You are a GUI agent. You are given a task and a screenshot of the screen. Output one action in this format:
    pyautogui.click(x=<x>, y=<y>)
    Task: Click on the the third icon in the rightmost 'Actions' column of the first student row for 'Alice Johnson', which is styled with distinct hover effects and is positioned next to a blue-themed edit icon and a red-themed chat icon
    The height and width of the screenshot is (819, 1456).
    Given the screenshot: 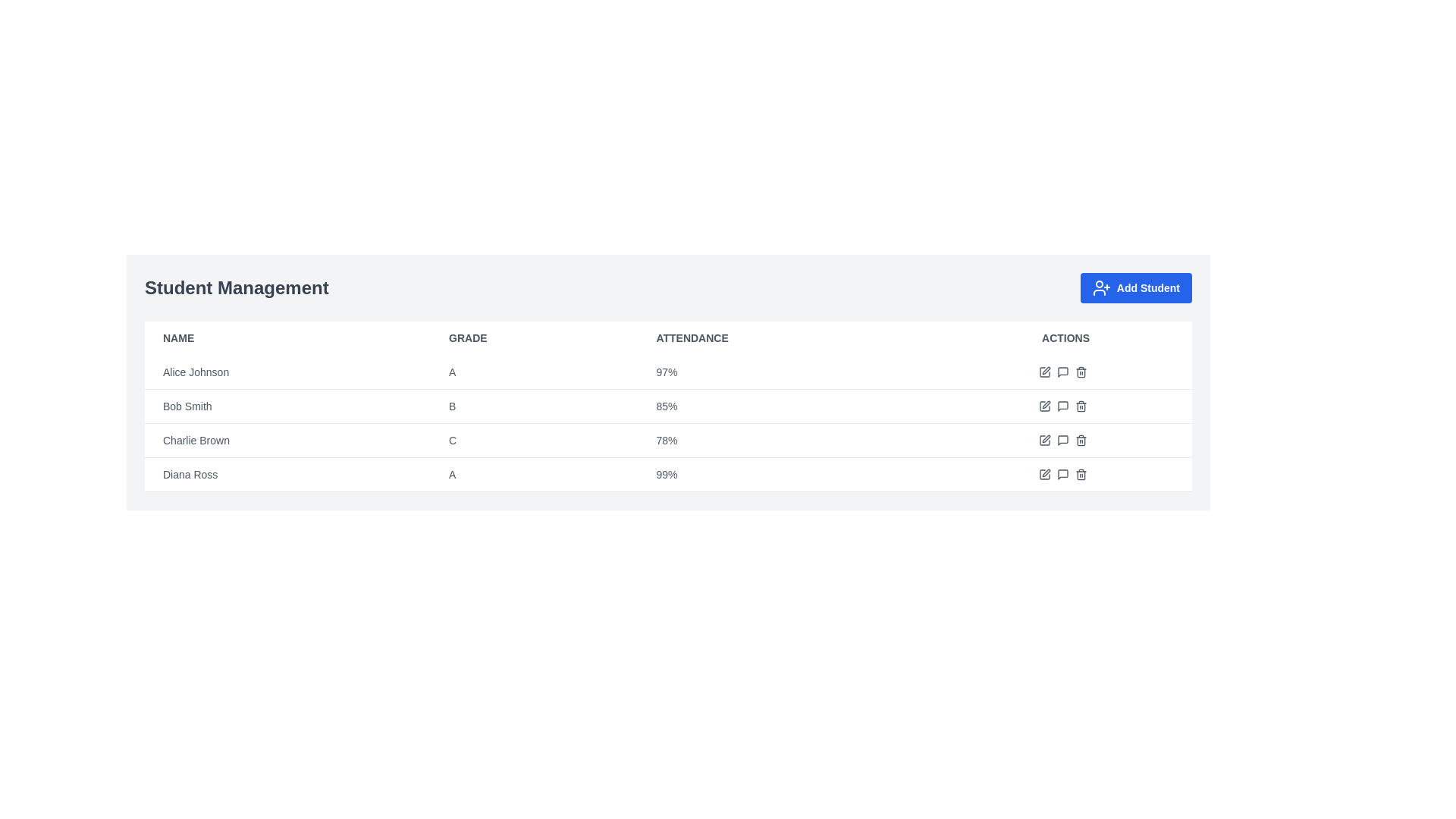 What is the action you would take?
    pyautogui.click(x=1065, y=372)
    